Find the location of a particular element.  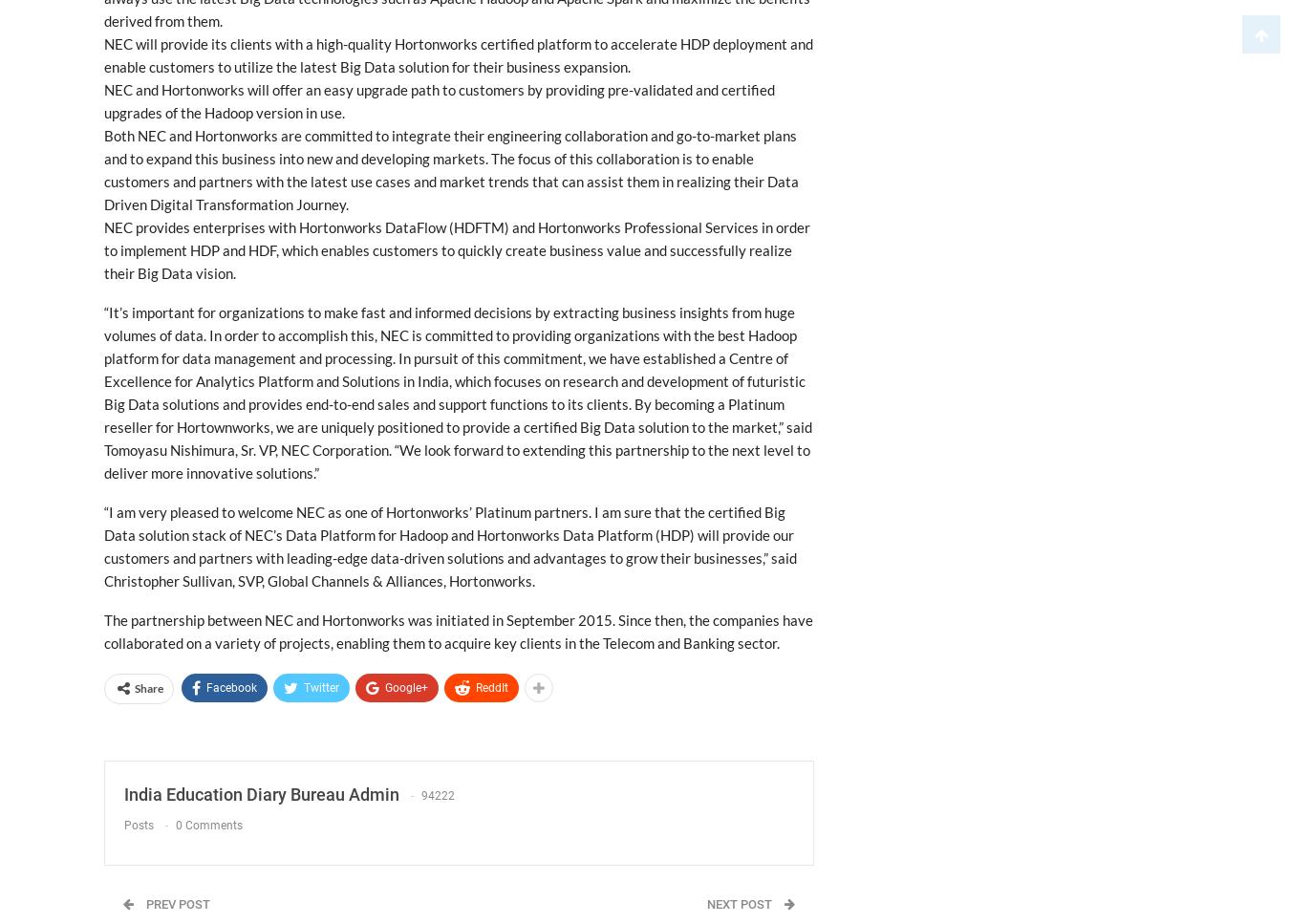

'Prev Post' is located at coordinates (176, 903).